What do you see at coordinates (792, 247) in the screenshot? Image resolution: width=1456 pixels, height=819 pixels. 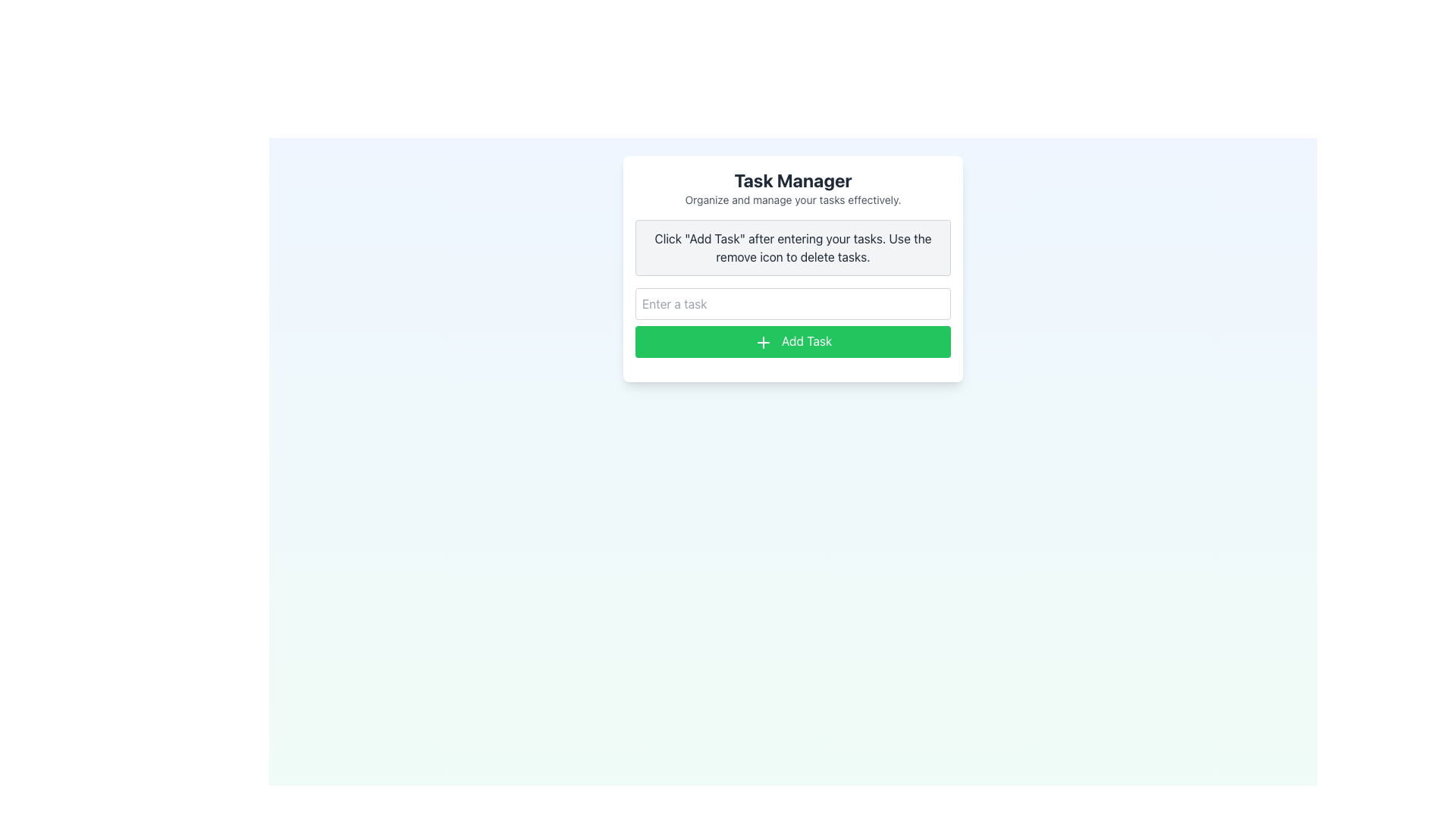 I see `the informational text box that explains how to add and remove tasks within the 'Task Manager' card, located below the subtitle and above the task input field` at bounding box center [792, 247].